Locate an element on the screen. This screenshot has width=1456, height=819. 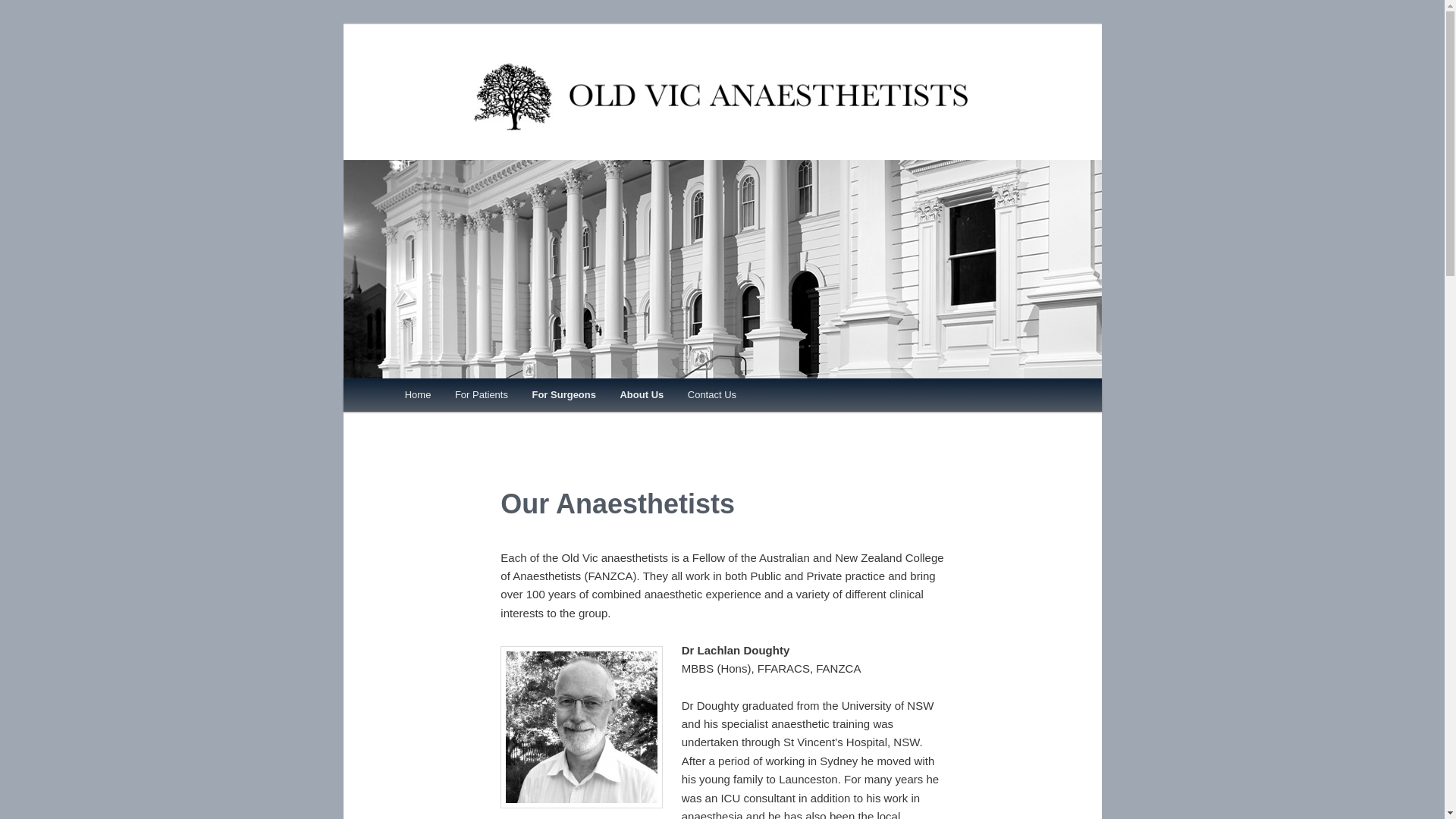
'About Us' is located at coordinates (607, 394).